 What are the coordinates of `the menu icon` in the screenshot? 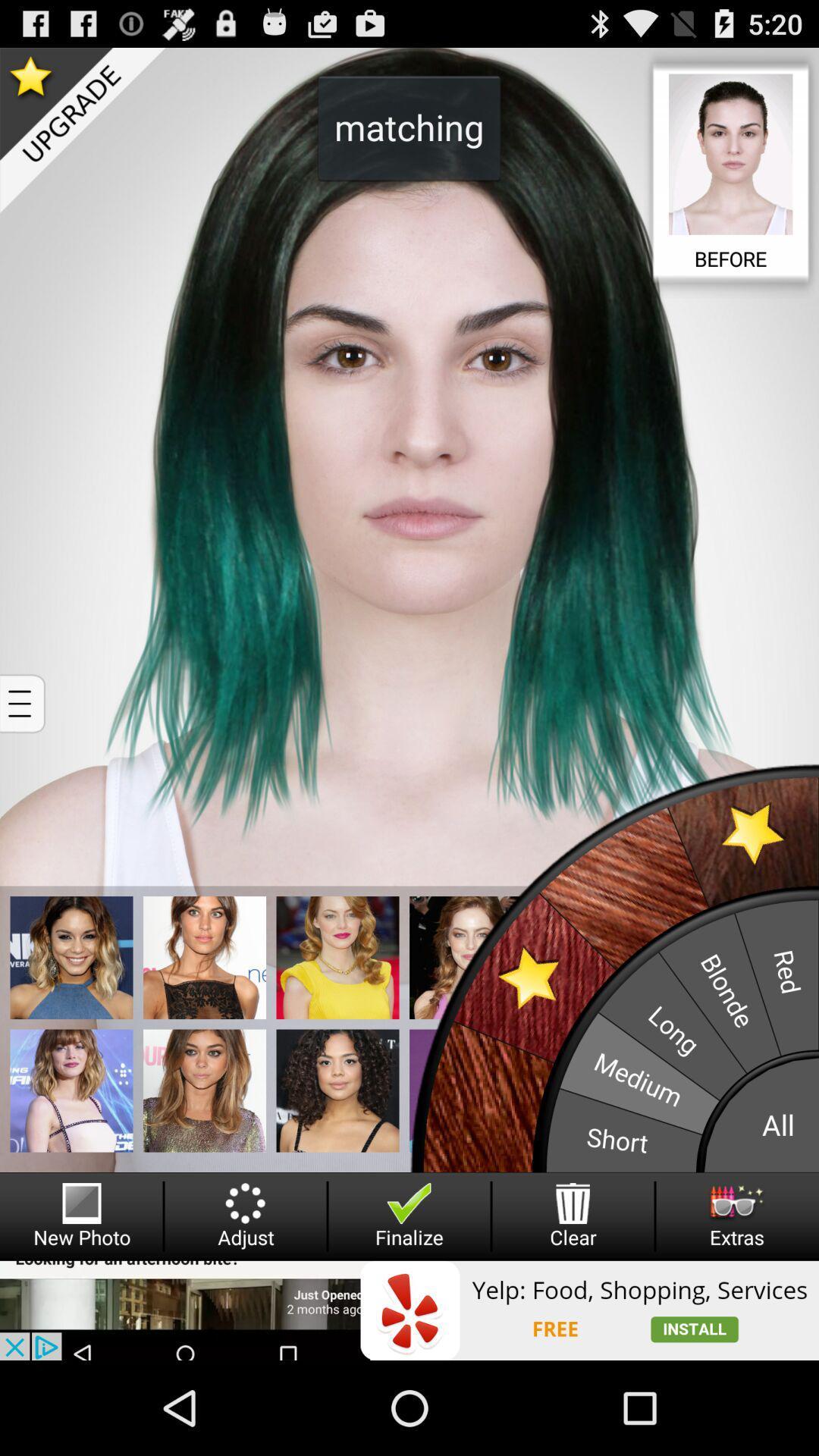 It's located at (24, 753).